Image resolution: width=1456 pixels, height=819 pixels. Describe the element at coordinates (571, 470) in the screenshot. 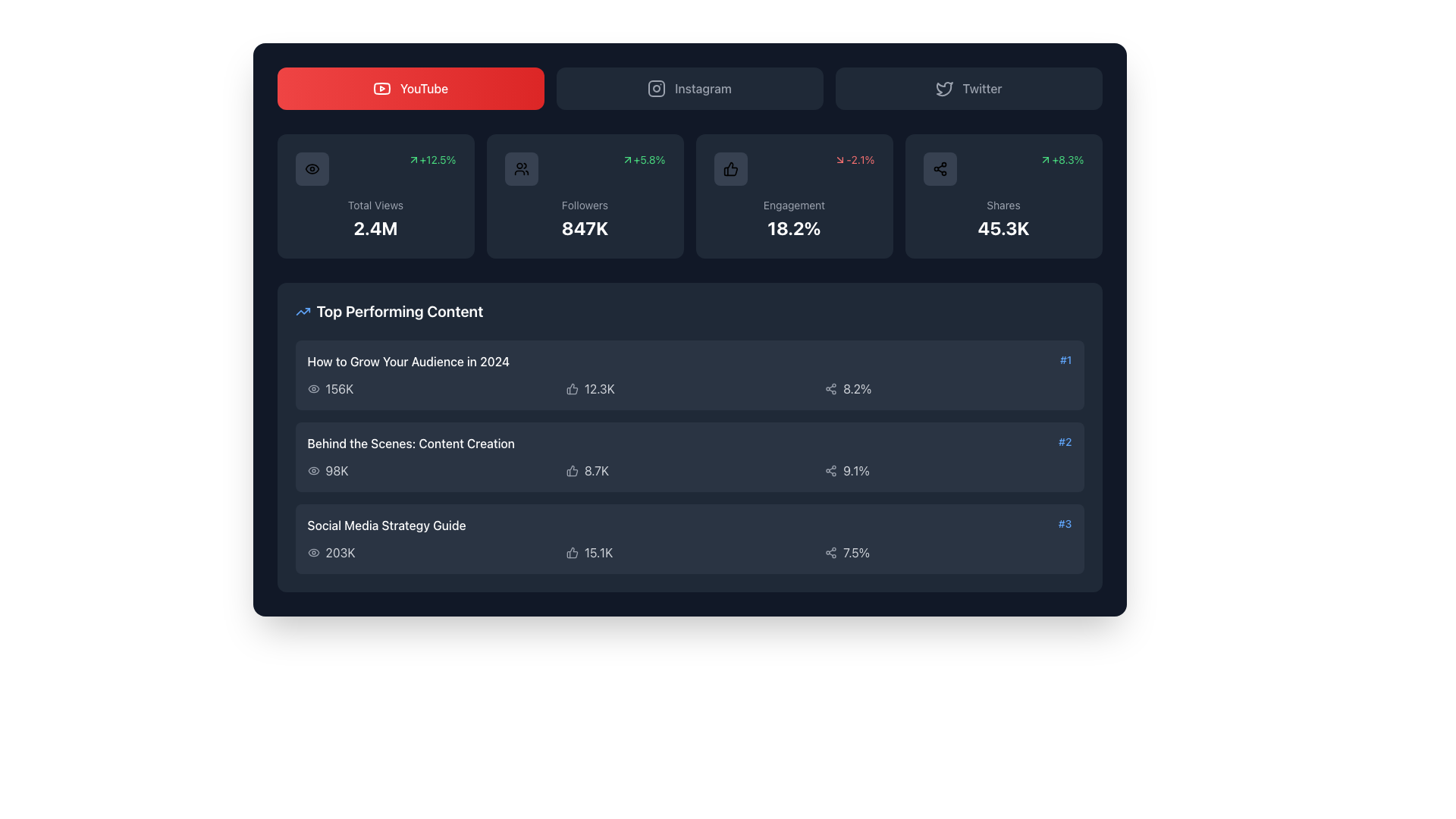

I see `the gray thumbs-up icon located to the left of the numeric value '8.7K' in the 'Top Performing Content' section, adjacent to the content item 'Behind the Scenes: Content Creation'` at that location.